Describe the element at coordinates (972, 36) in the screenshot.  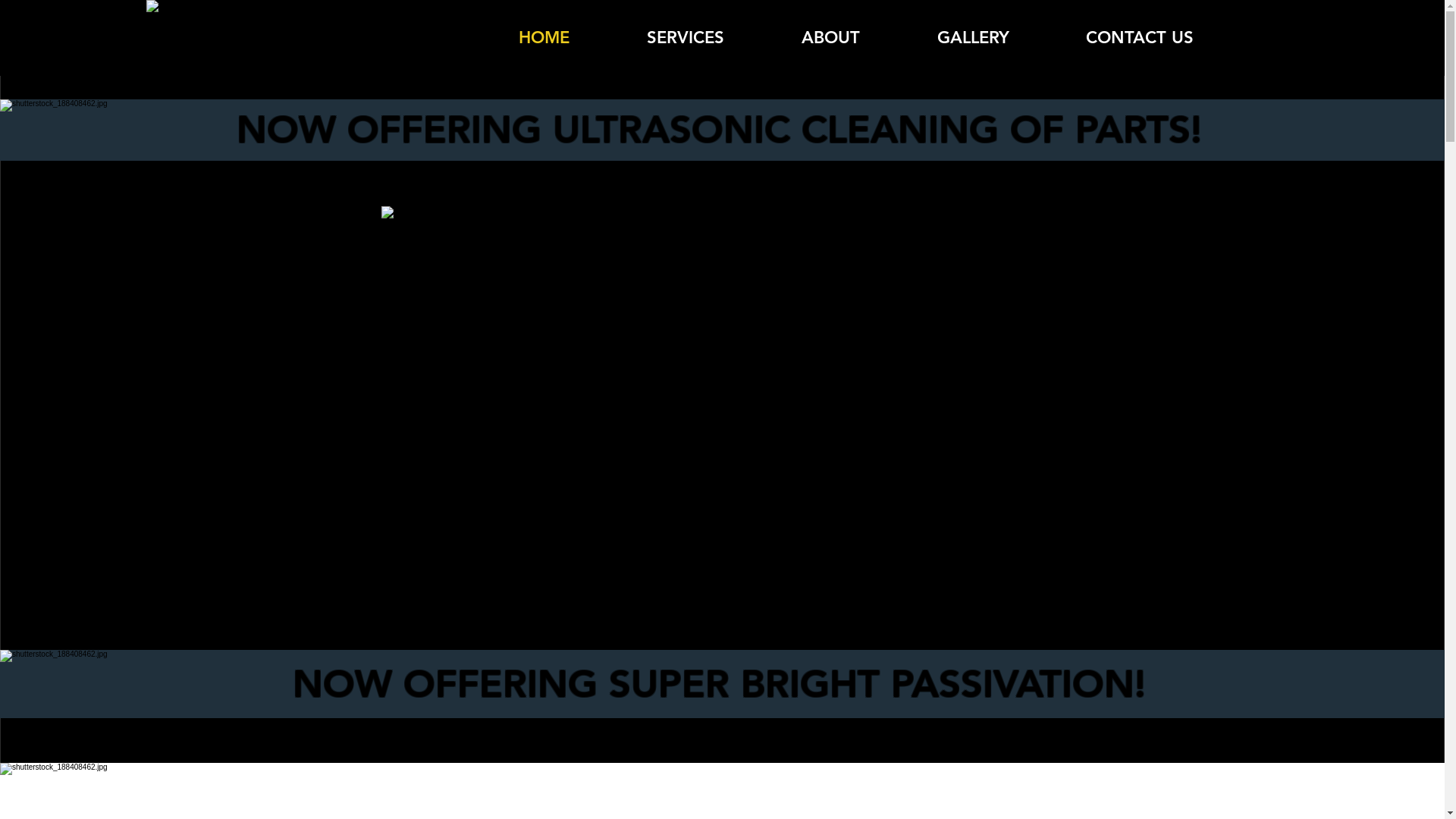
I see `'GALLERY'` at that location.